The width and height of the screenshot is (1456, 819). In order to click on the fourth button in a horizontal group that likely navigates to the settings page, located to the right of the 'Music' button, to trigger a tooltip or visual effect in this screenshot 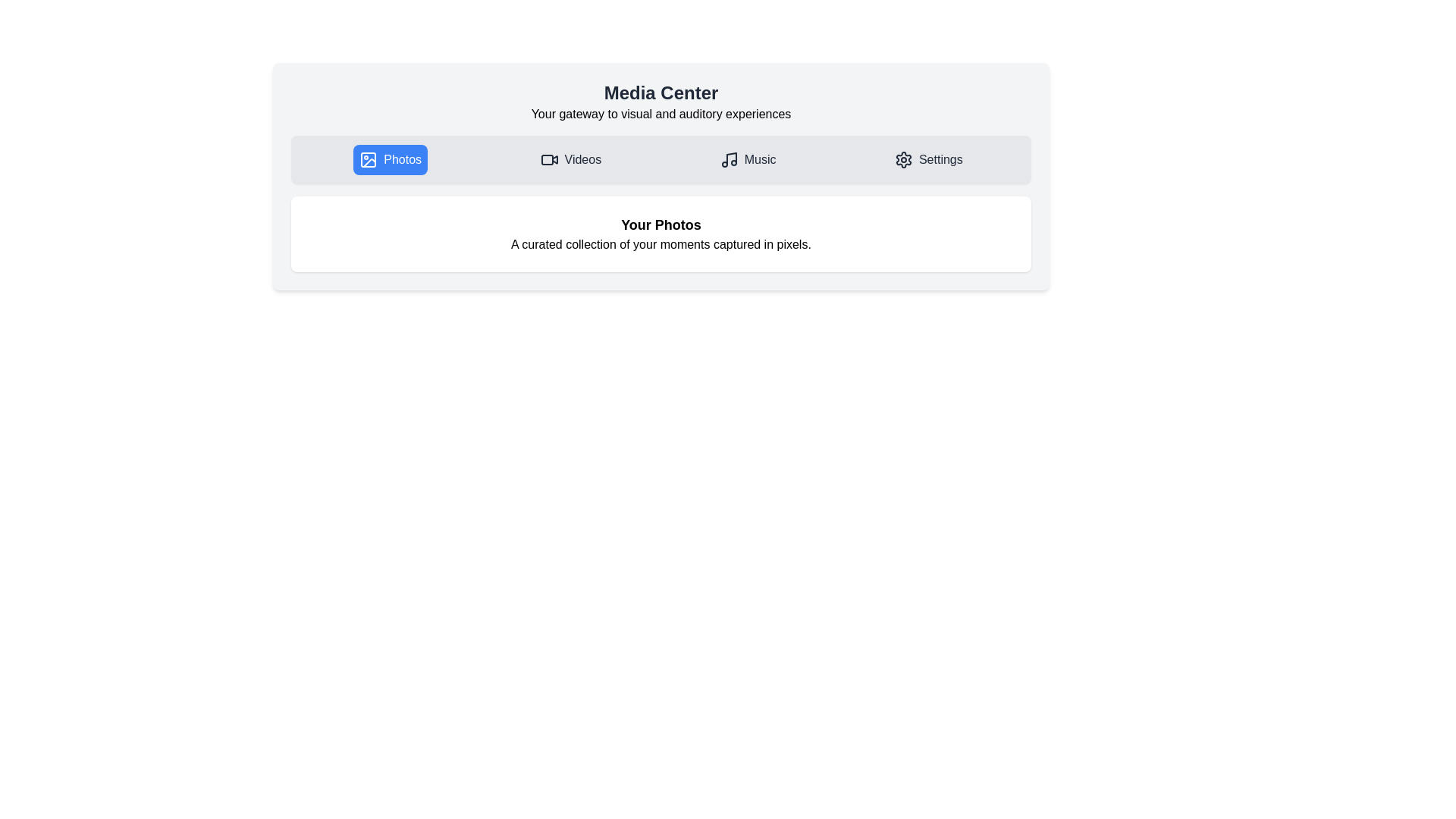, I will do `click(927, 160)`.